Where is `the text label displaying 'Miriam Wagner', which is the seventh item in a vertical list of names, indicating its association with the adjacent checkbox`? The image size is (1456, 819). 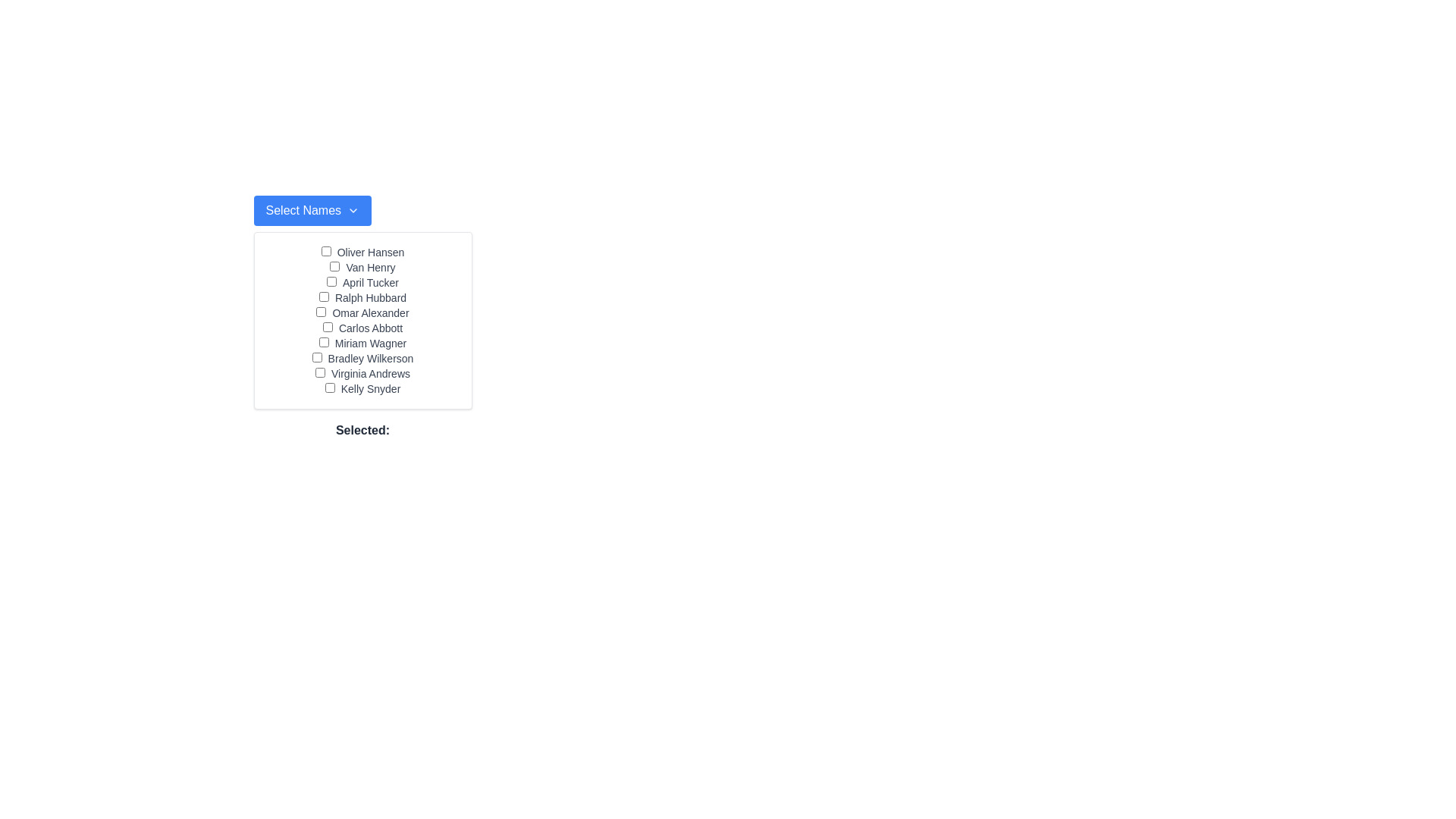 the text label displaying 'Miriam Wagner', which is the seventh item in a vertical list of names, indicating its association with the adjacent checkbox is located at coordinates (362, 343).